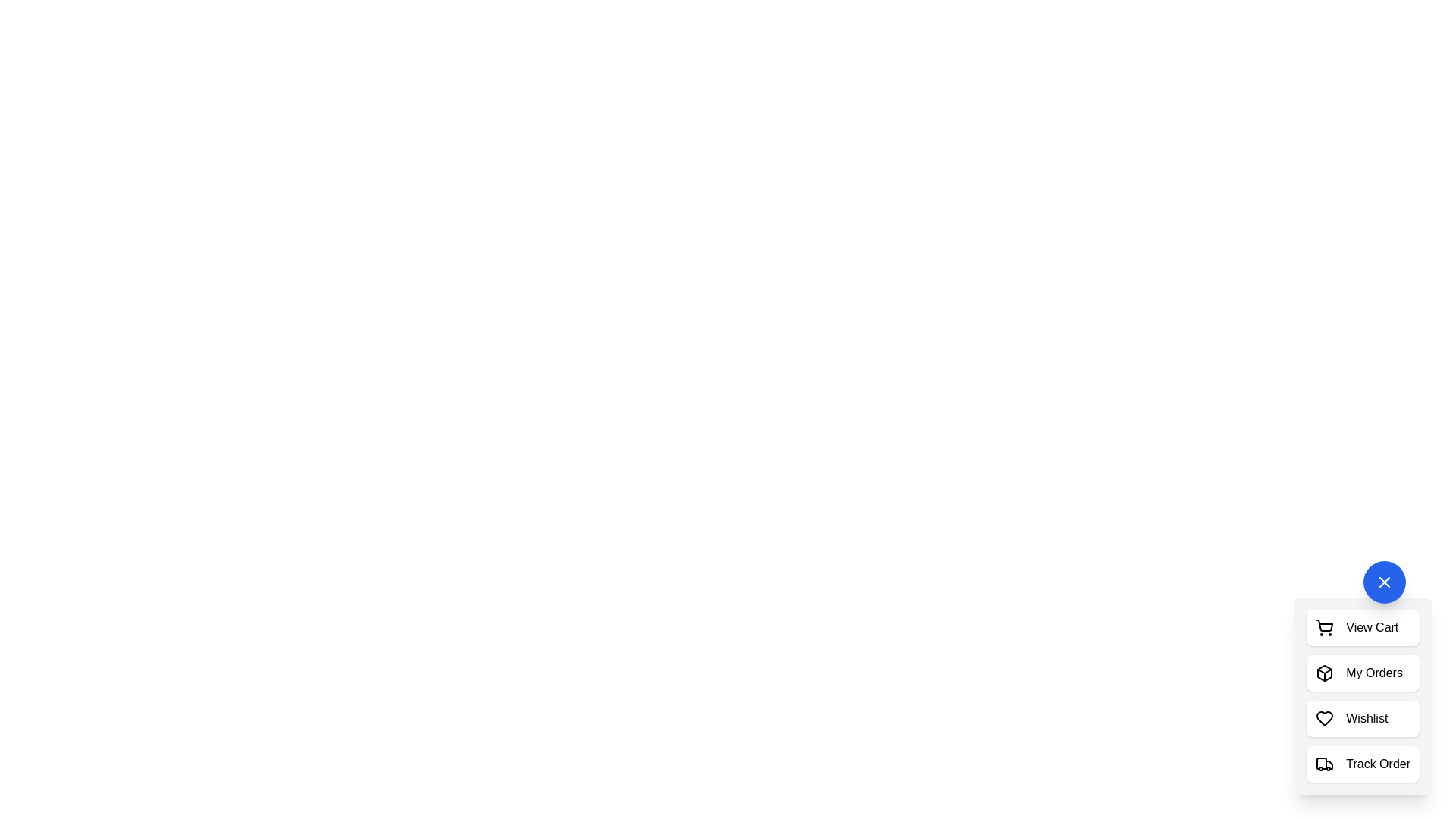 This screenshot has width=1456, height=819. Describe the element at coordinates (1363, 672) in the screenshot. I see `the 'My Orders' button` at that location.